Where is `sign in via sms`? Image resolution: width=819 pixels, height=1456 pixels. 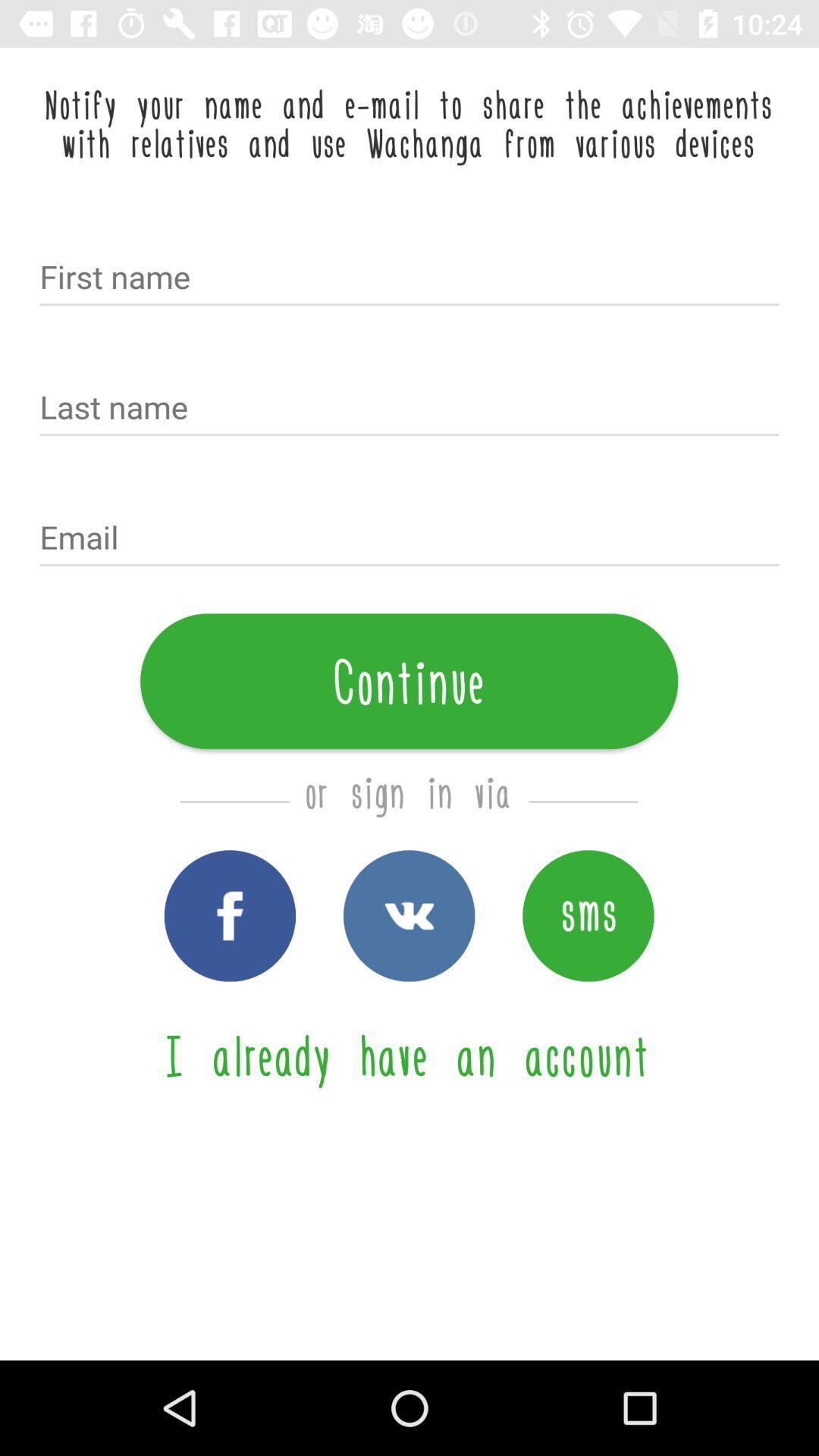
sign in via sms is located at coordinates (587, 915).